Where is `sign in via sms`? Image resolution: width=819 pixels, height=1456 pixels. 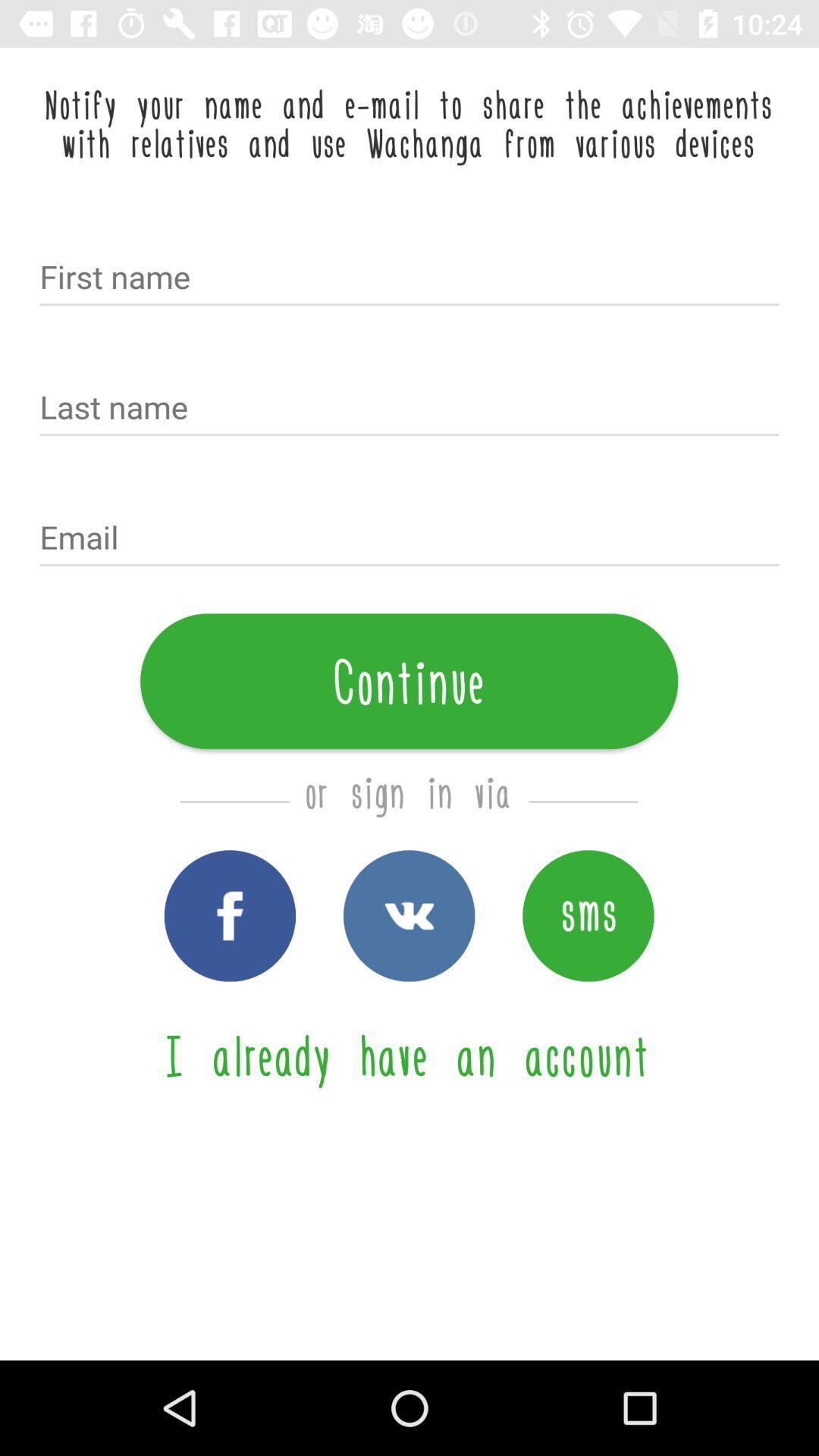
sign in via sms is located at coordinates (587, 915).